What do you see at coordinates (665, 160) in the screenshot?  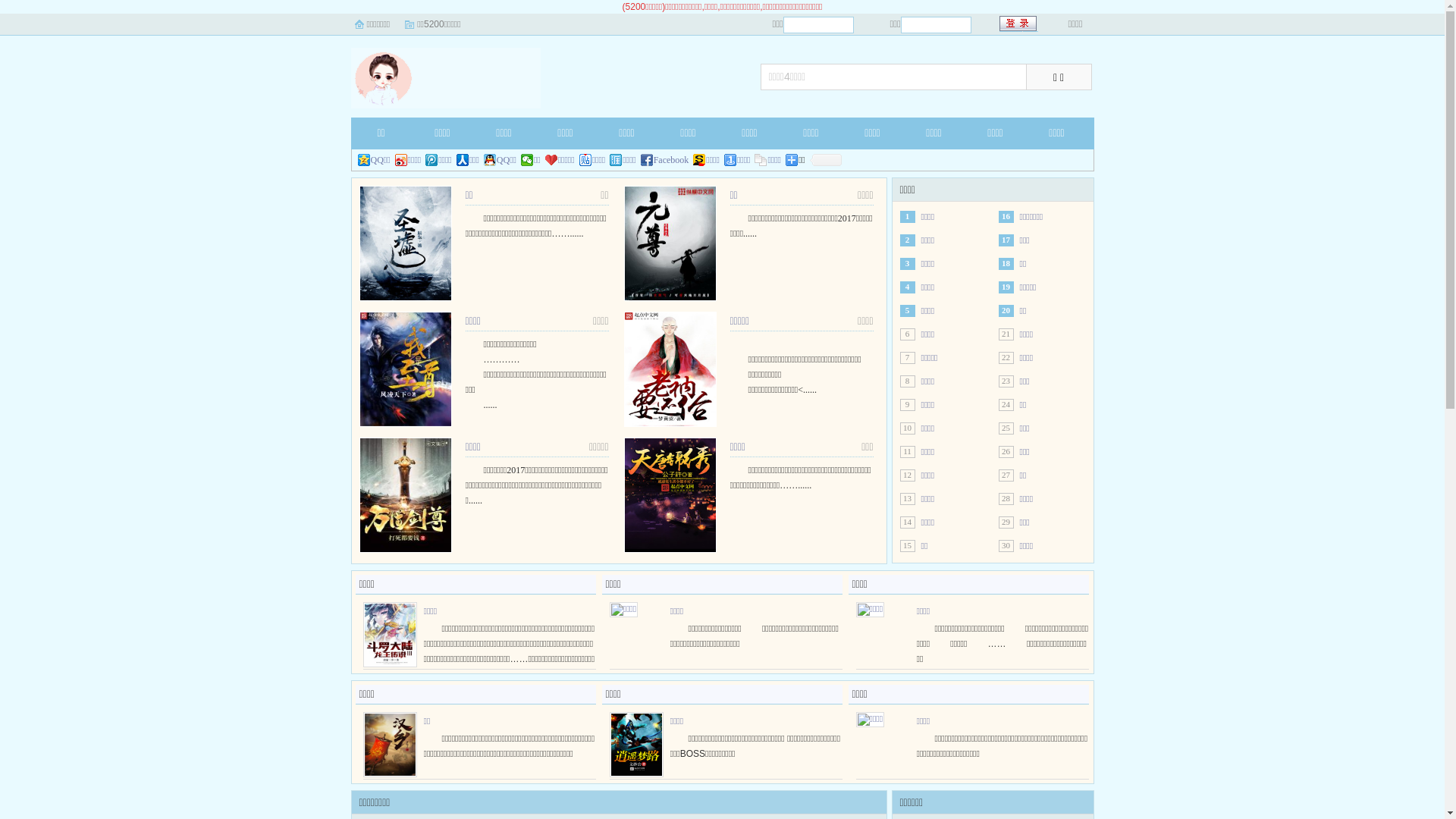 I see `'Facebook'` at bounding box center [665, 160].